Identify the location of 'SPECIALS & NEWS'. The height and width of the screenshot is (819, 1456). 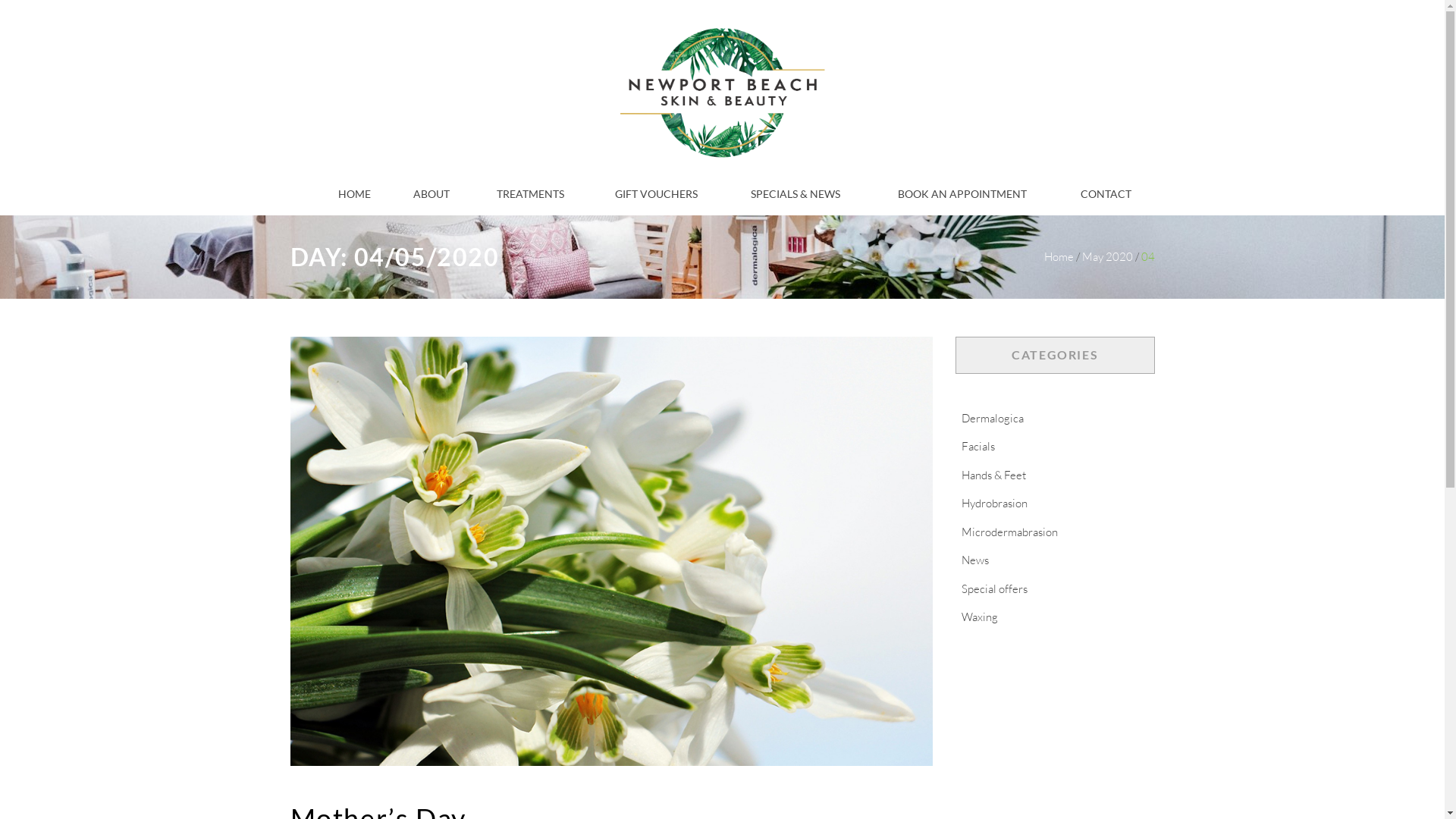
(750, 193).